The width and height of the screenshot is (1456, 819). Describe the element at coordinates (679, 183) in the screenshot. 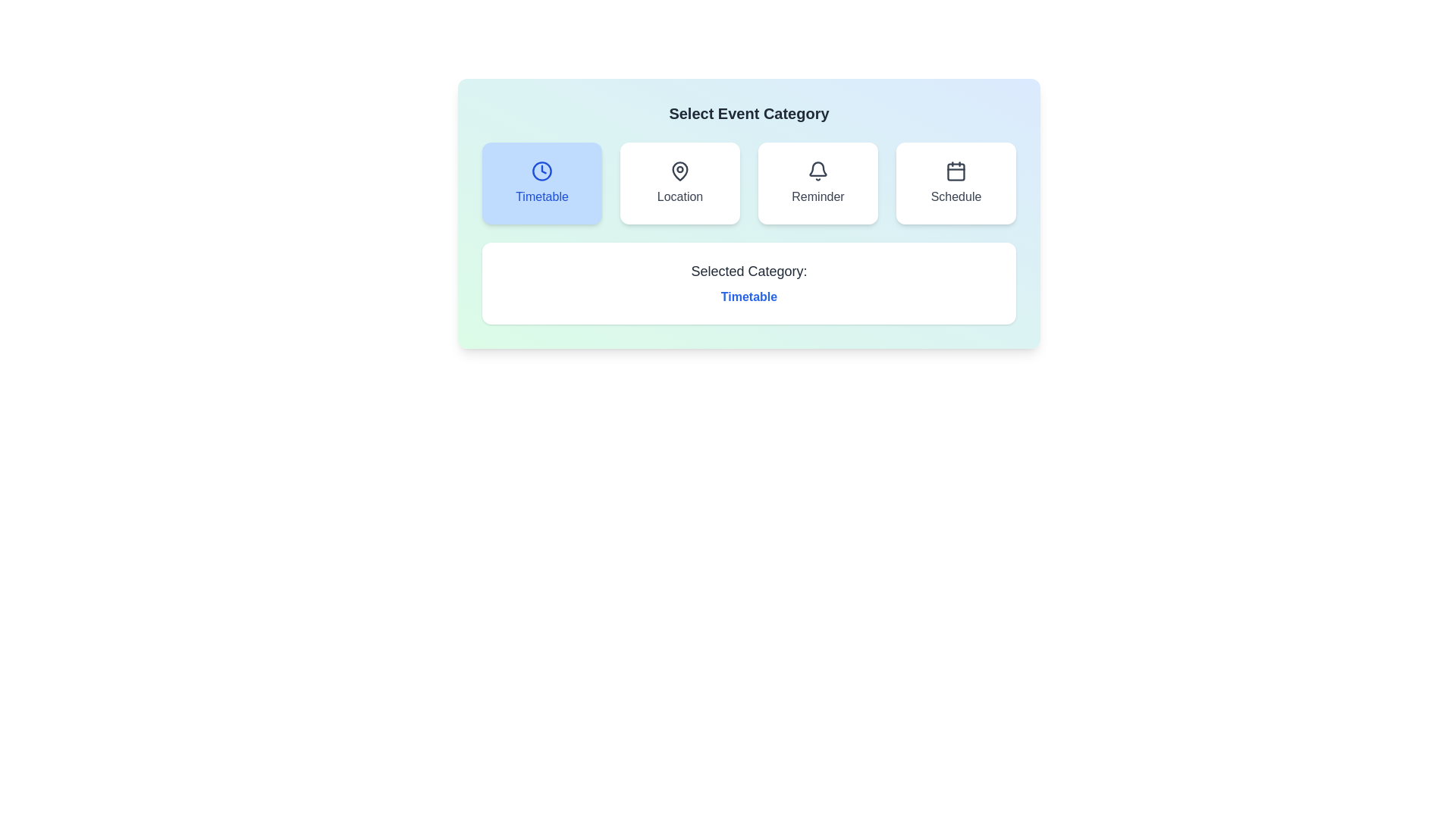

I see `the event category Location by clicking on its respective button` at that location.